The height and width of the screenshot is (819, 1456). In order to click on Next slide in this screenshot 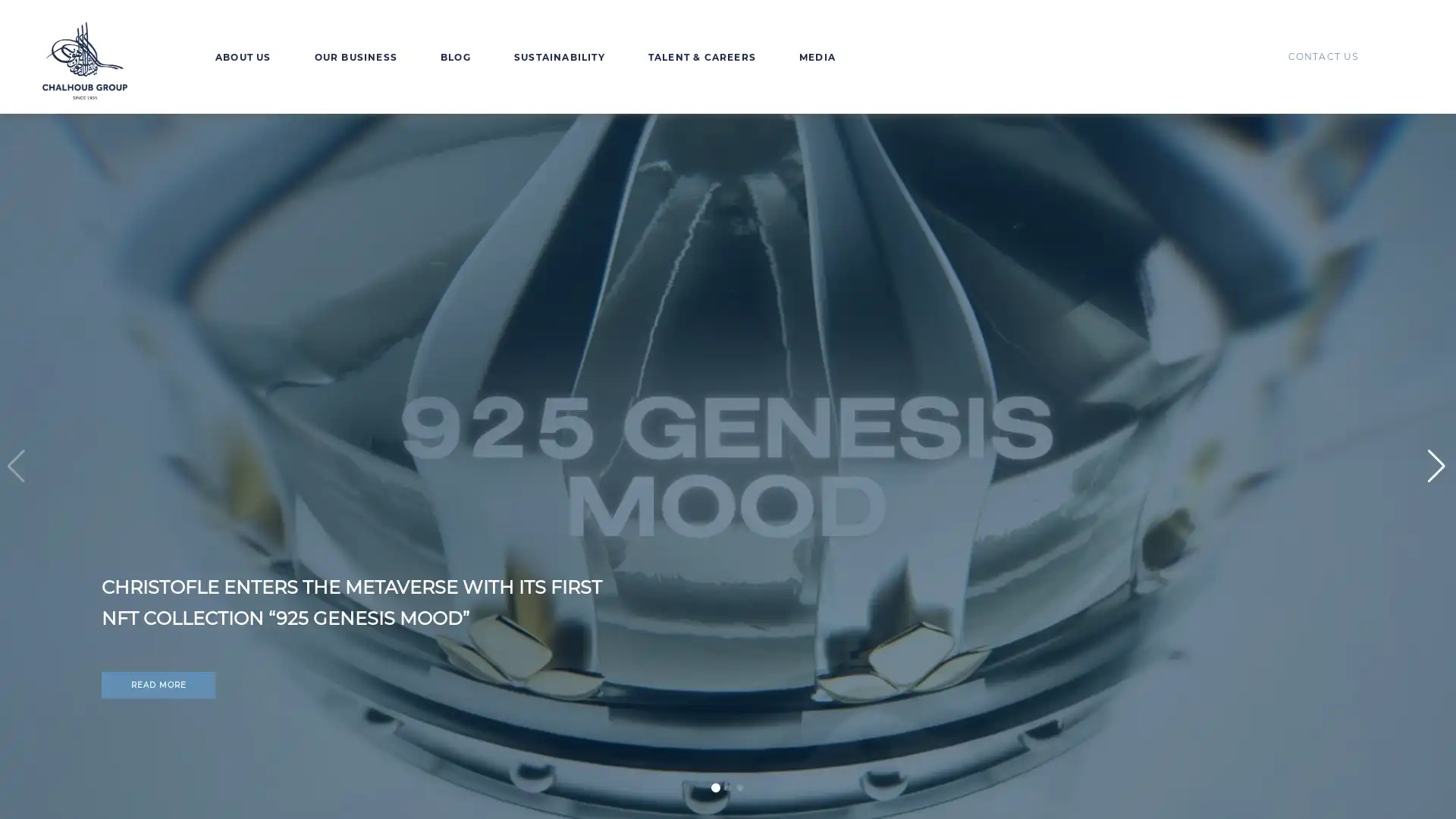, I will do `click(1437, 465)`.